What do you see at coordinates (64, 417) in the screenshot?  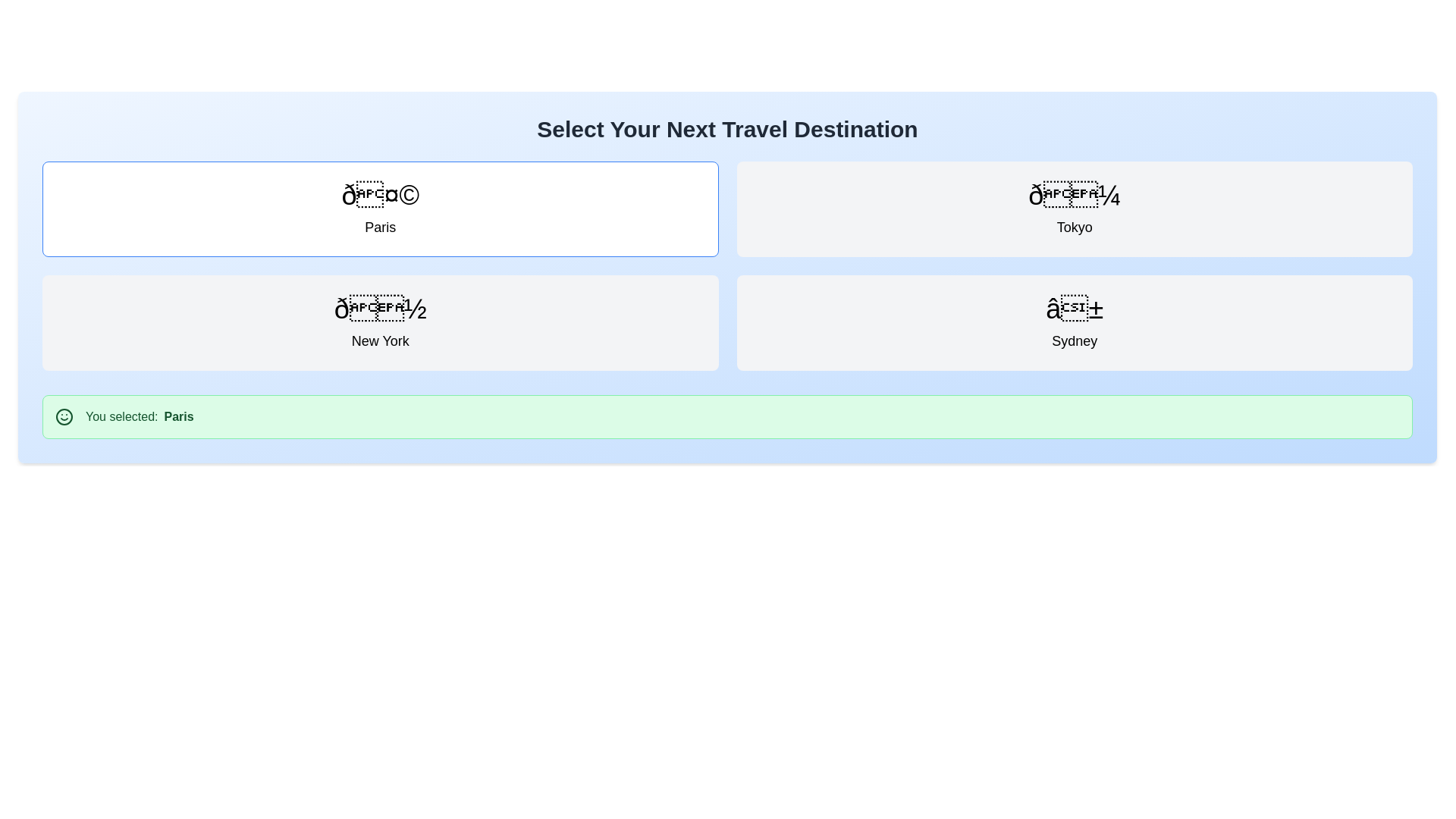 I see `the smiley face icon located at the far-left side of the green-highlighted box displaying 'You selected: Paris'` at bounding box center [64, 417].